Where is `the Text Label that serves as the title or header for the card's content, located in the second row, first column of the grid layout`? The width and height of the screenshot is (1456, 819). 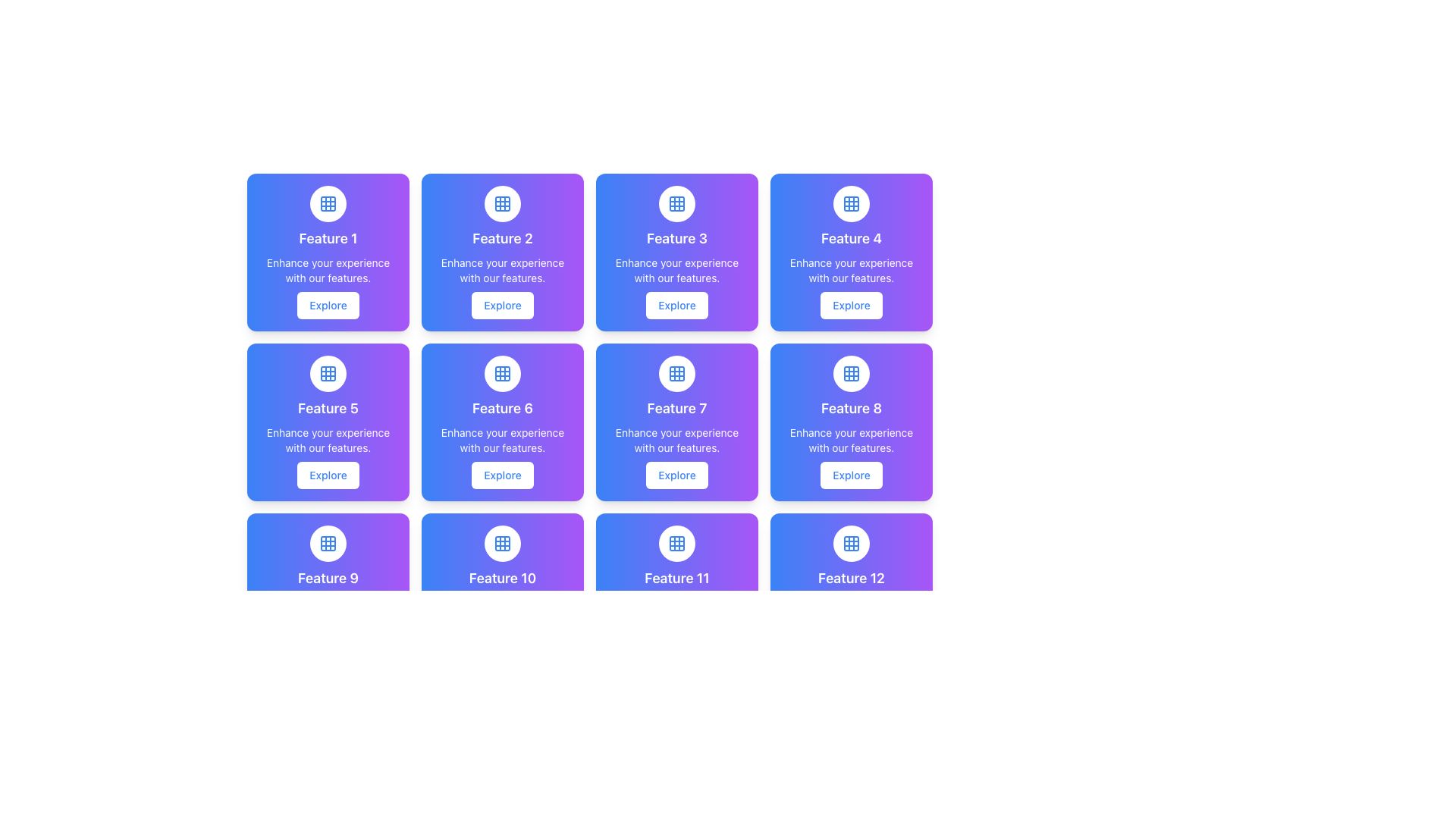
the Text Label that serves as the title or header for the card's content, located in the second row, first column of the grid layout is located at coordinates (327, 408).